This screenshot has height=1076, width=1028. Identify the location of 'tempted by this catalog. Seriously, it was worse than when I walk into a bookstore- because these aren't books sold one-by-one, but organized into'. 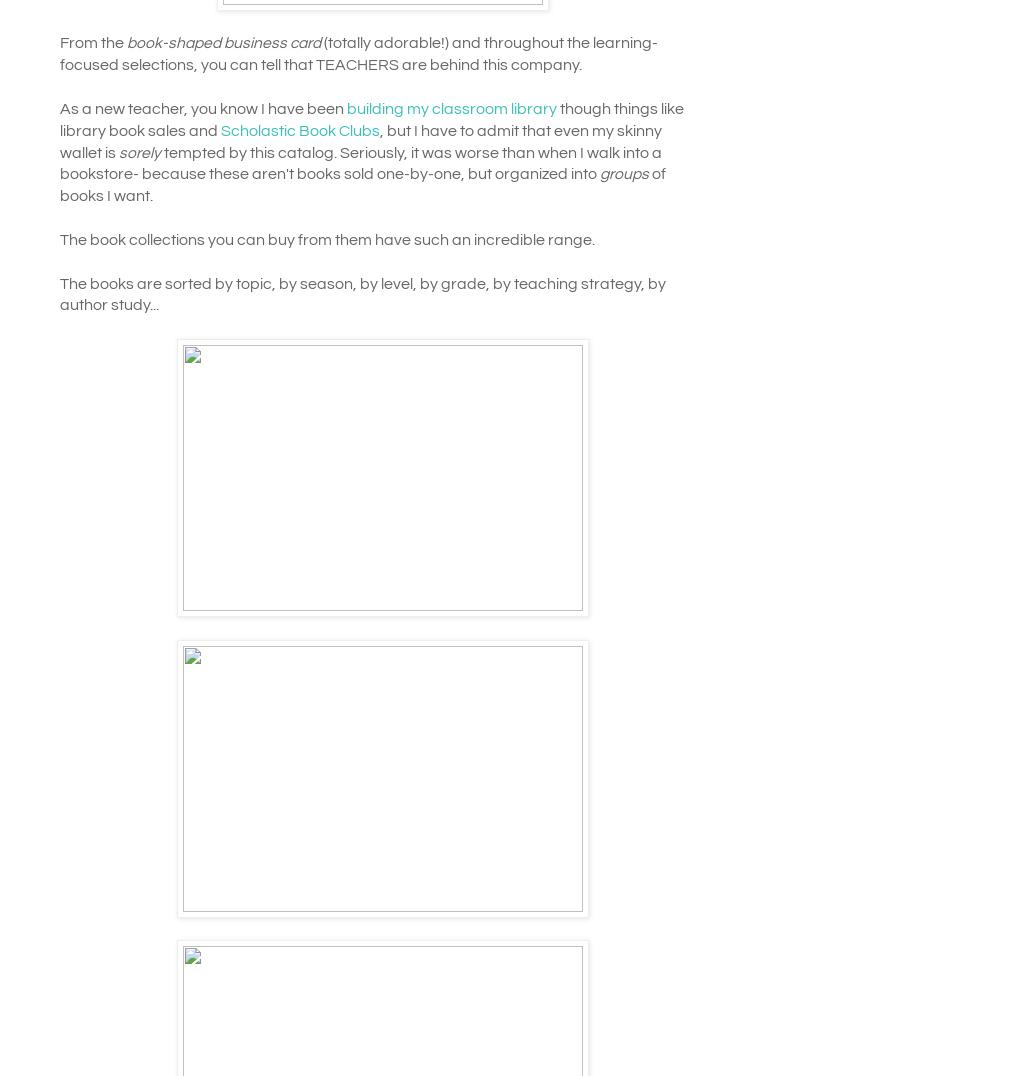
(360, 163).